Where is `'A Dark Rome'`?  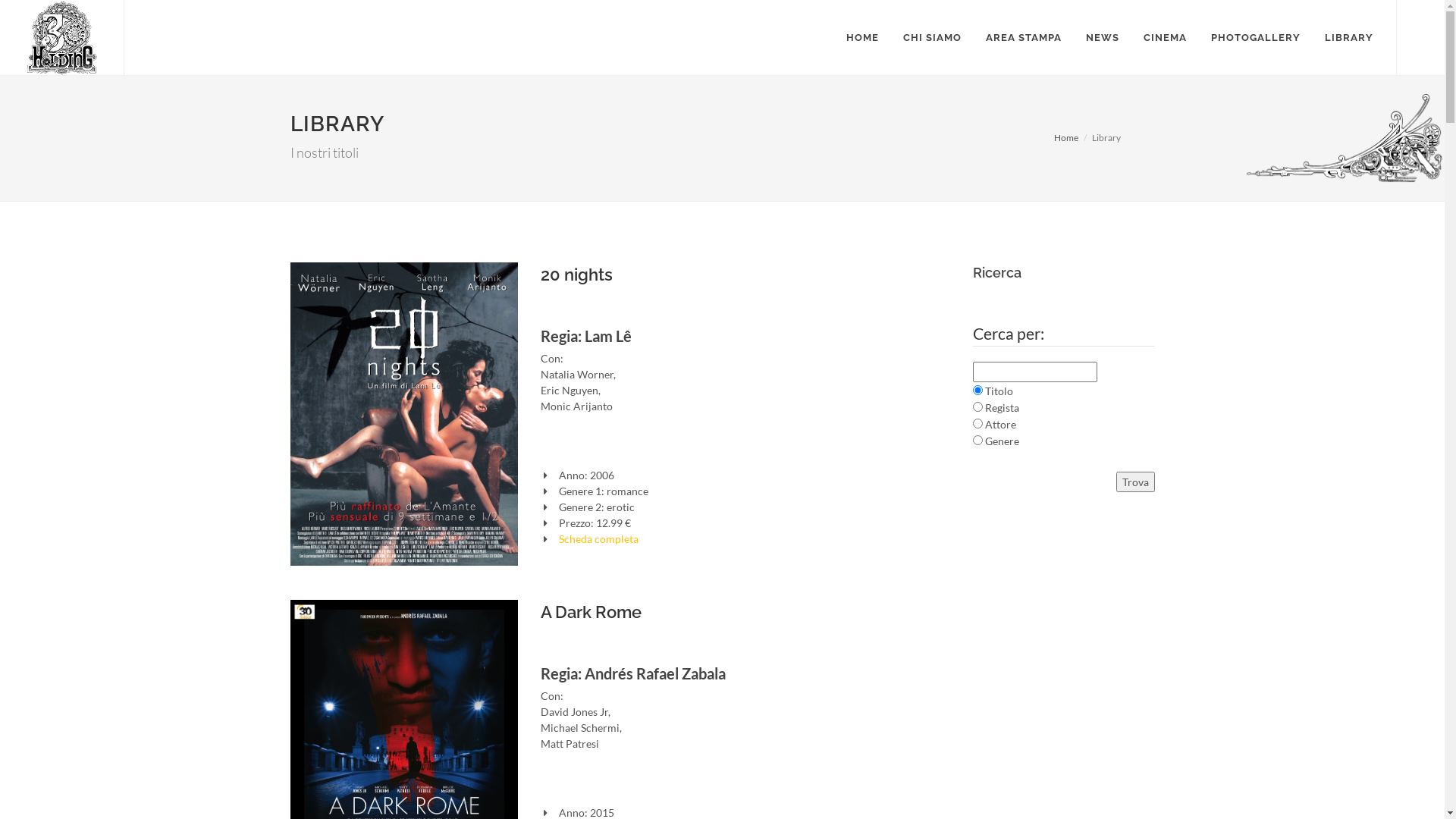
'A Dark Rome' is located at coordinates (589, 610).